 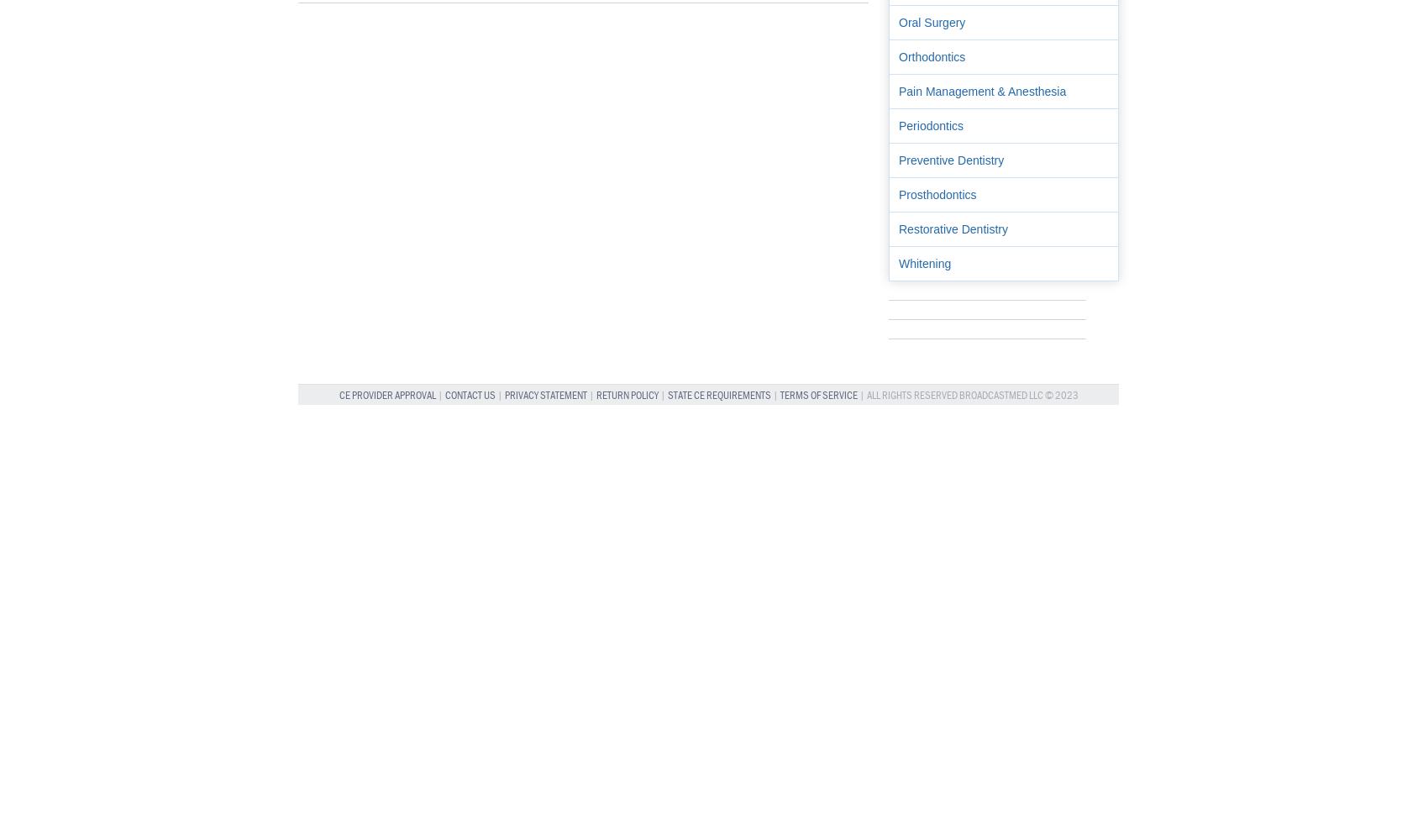 I want to click on 'Periodontics', so click(x=930, y=125).